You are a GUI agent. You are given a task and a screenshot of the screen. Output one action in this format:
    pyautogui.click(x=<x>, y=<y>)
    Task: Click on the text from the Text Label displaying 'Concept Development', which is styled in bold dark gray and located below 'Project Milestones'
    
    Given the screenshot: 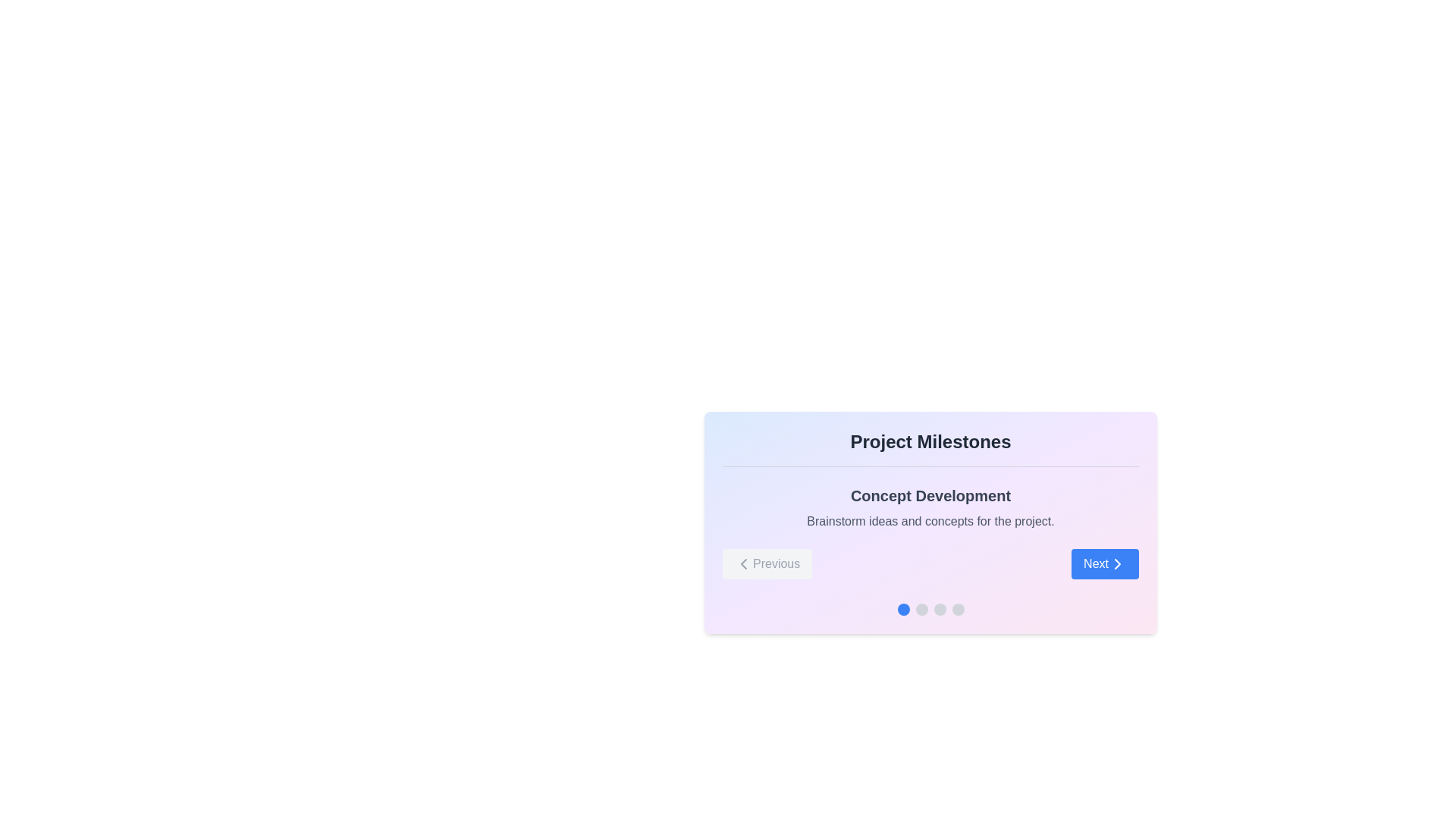 What is the action you would take?
    pyautogui.click(x=930, y=496)
    